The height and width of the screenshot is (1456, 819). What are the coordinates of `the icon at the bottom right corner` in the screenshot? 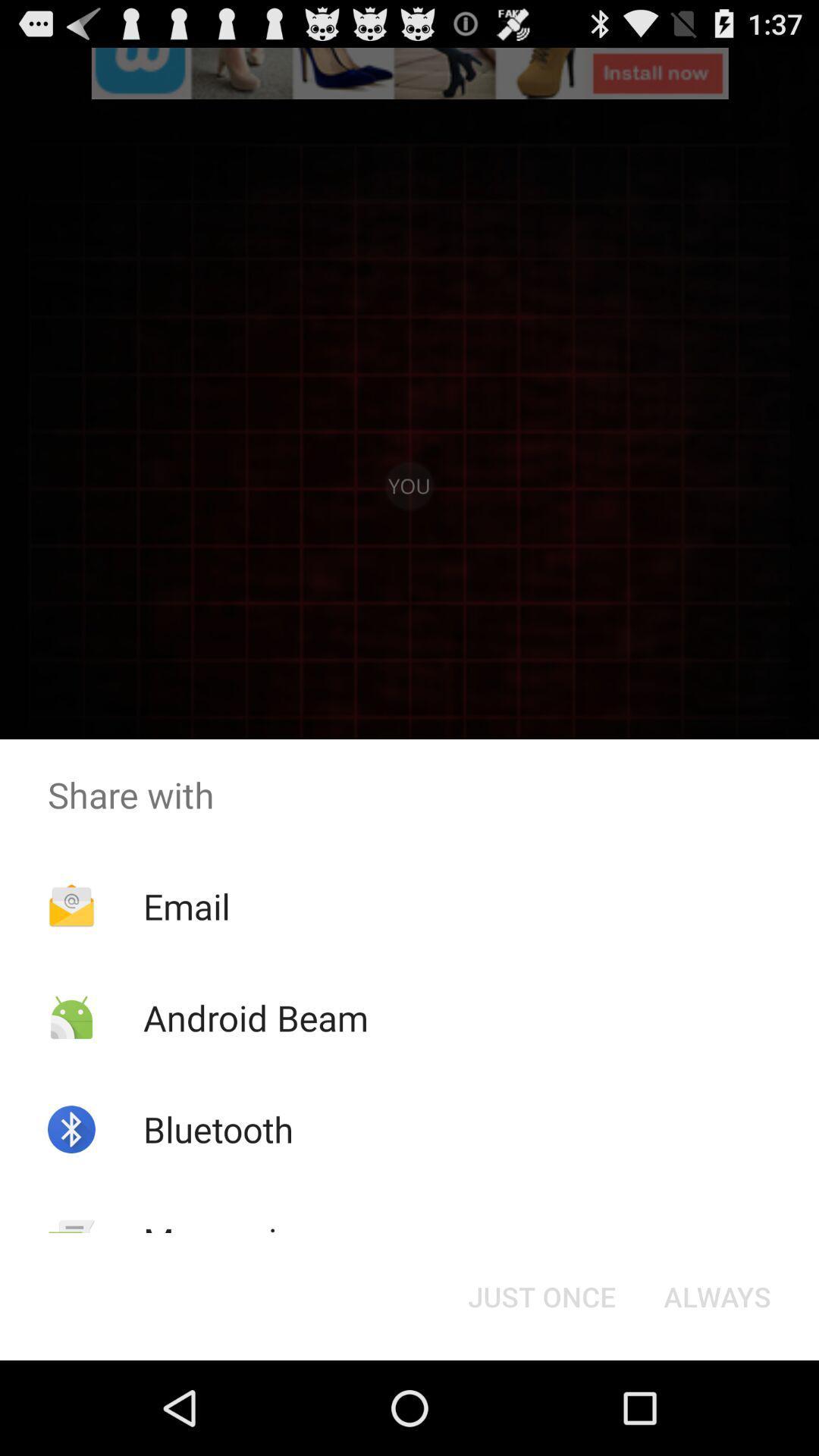 It's located at (717, 1295).